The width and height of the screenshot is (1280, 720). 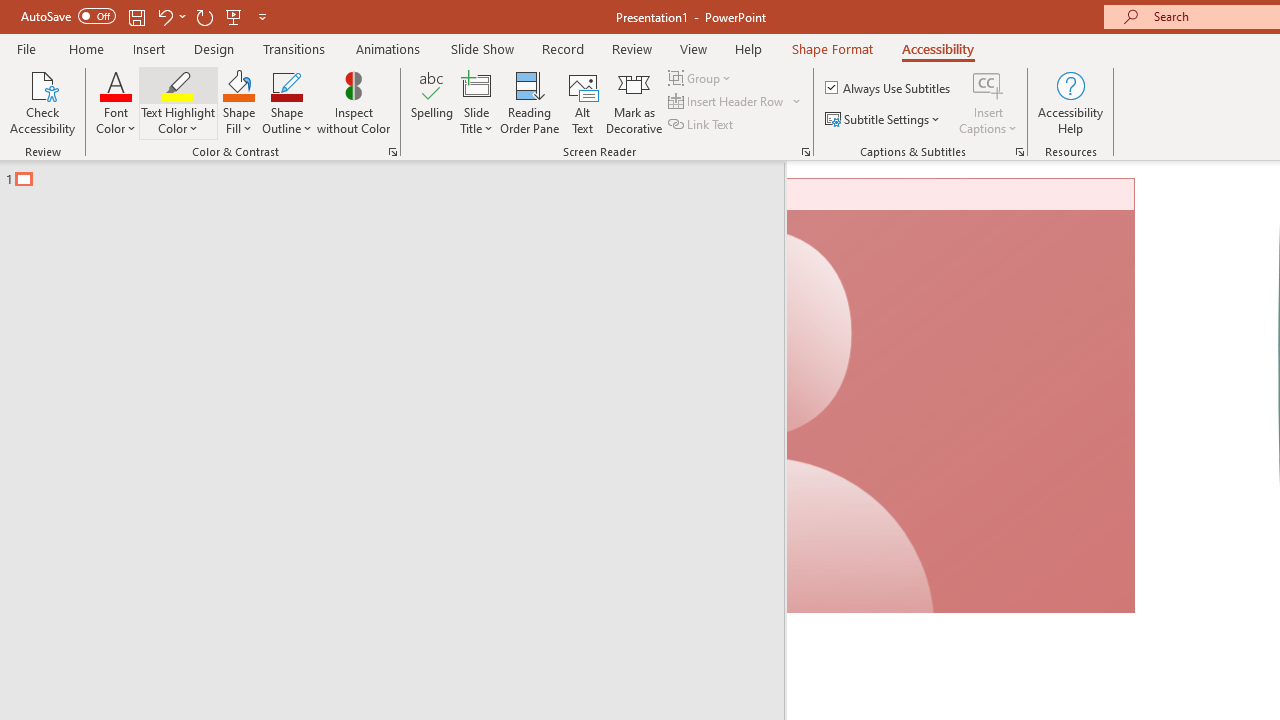 I want to click on 'Subtitle Settings', so click(x=883, y=119).